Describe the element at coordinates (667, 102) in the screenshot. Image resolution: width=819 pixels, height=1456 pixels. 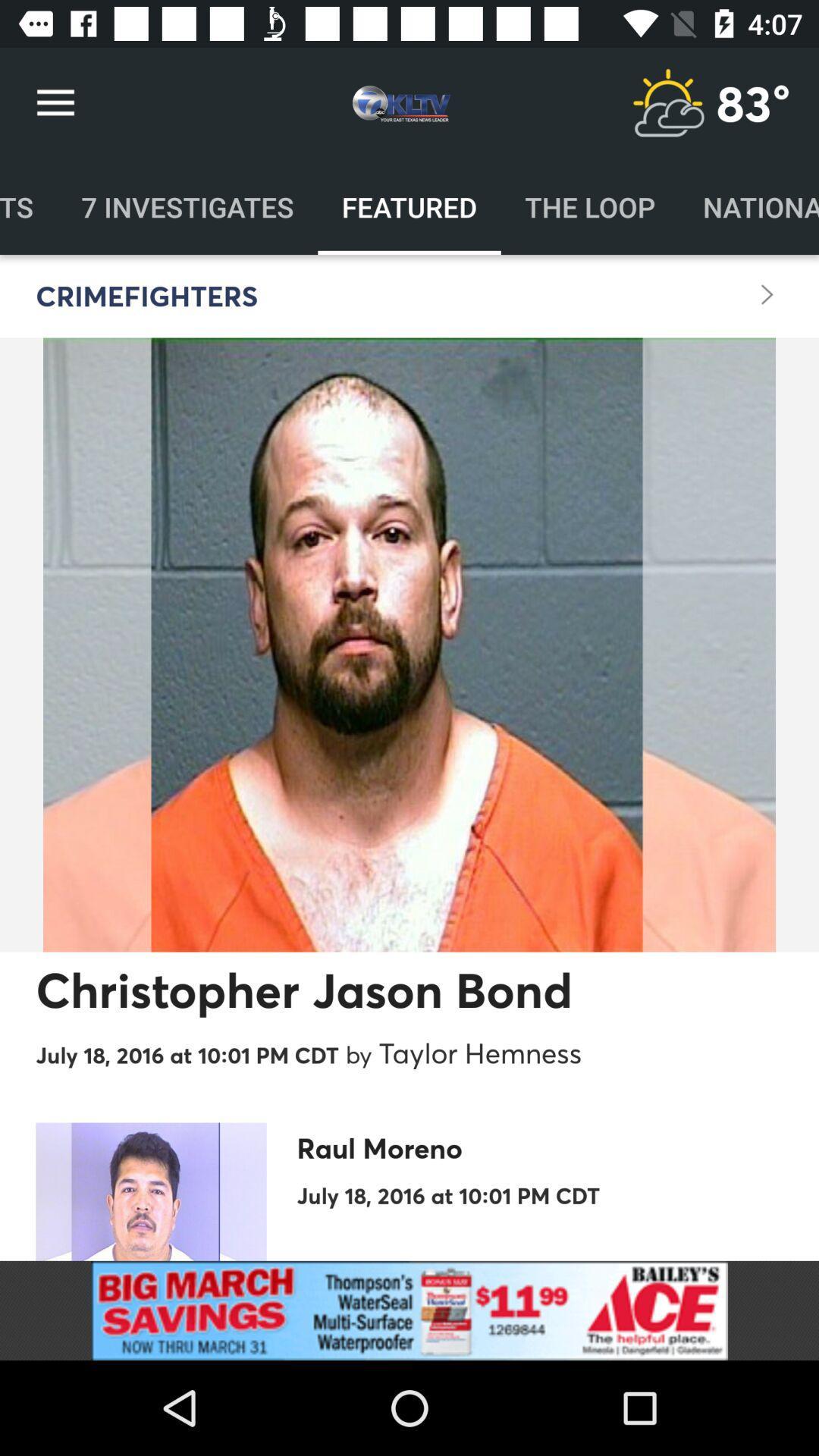
I see `the climate symbol which is at the right corner of the screen` at that location.